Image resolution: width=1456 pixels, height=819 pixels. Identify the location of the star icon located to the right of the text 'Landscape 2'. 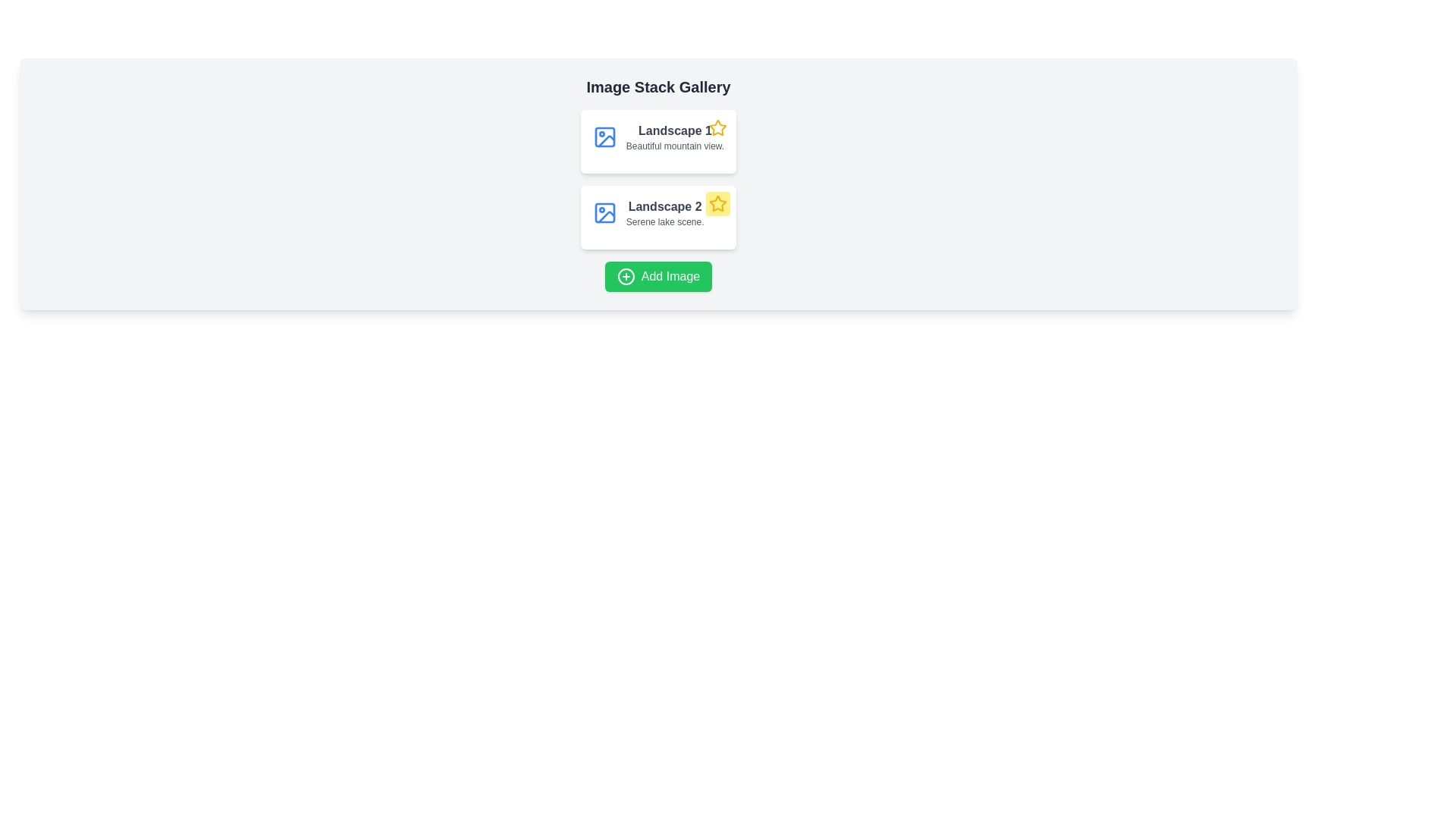
(717, 127).